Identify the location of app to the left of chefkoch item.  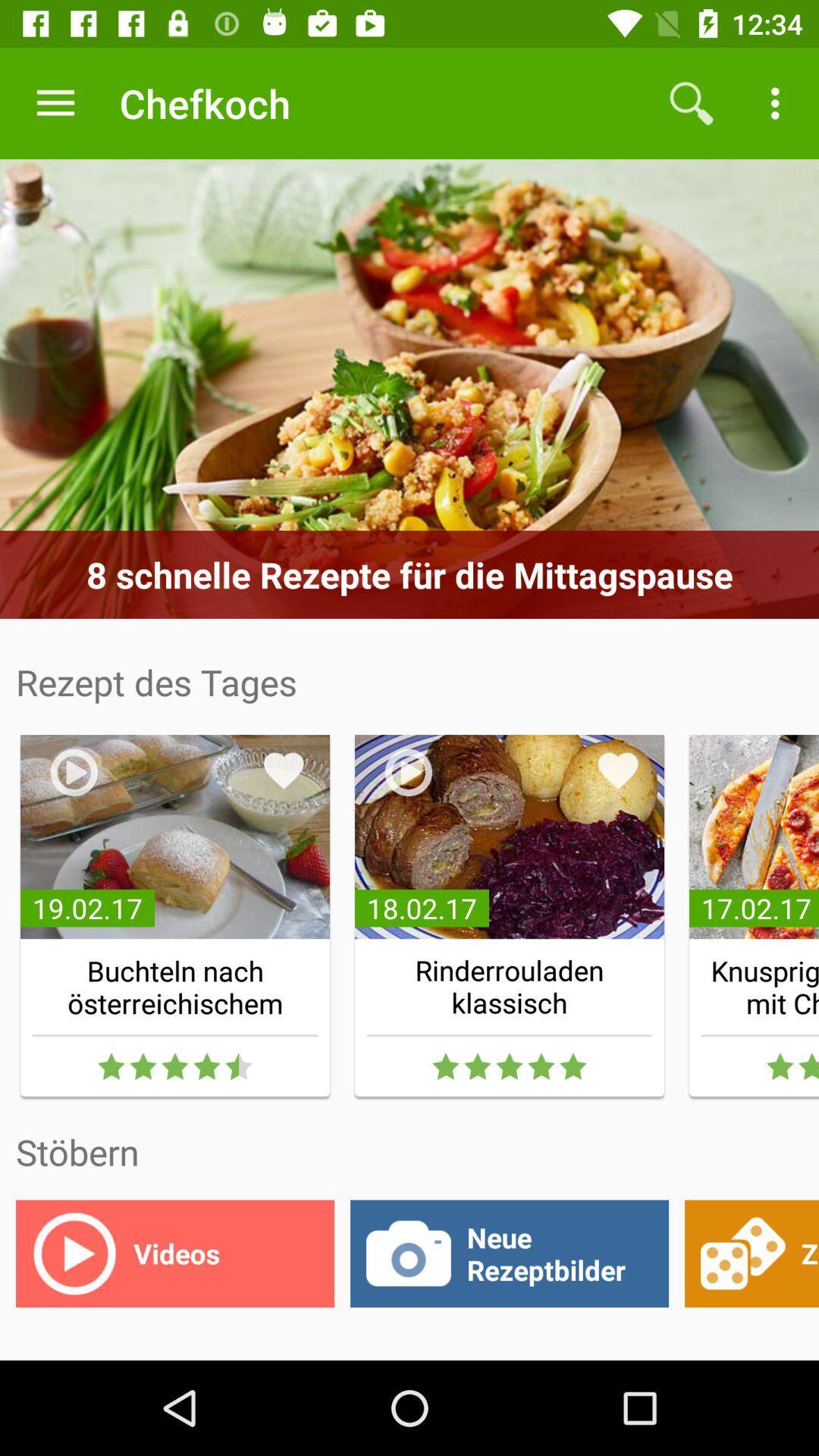
(55, 102).